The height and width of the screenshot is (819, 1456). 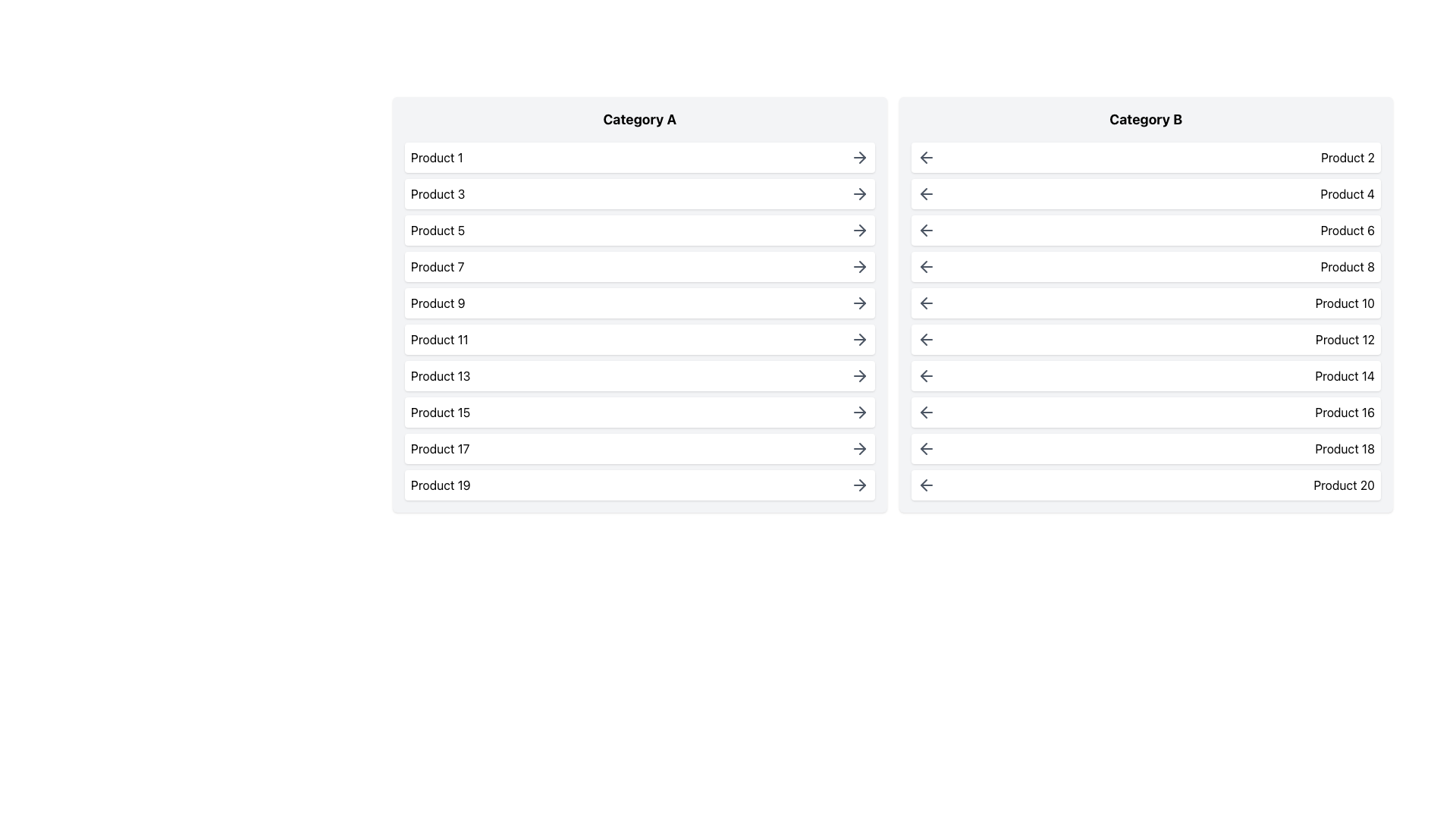 What do you see at coordinates (862, 193) in the screenshot?
I see `keyboard navigation` at bounding box center [862, 193].